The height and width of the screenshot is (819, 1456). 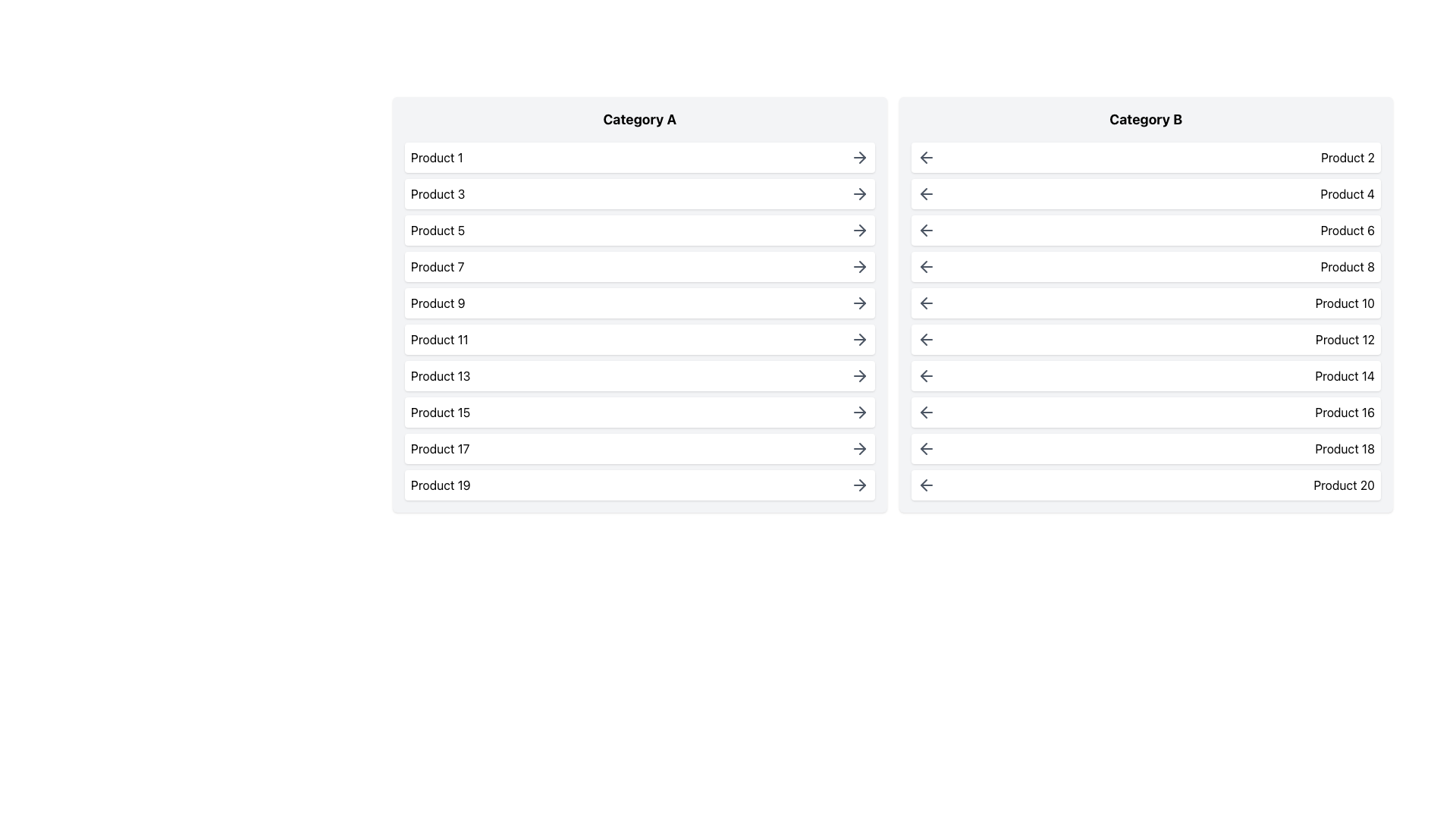 What do you see at coordinates (862, 193) in the screenshot?
I see `keyboard navigation` at bounding box center [862, 193].